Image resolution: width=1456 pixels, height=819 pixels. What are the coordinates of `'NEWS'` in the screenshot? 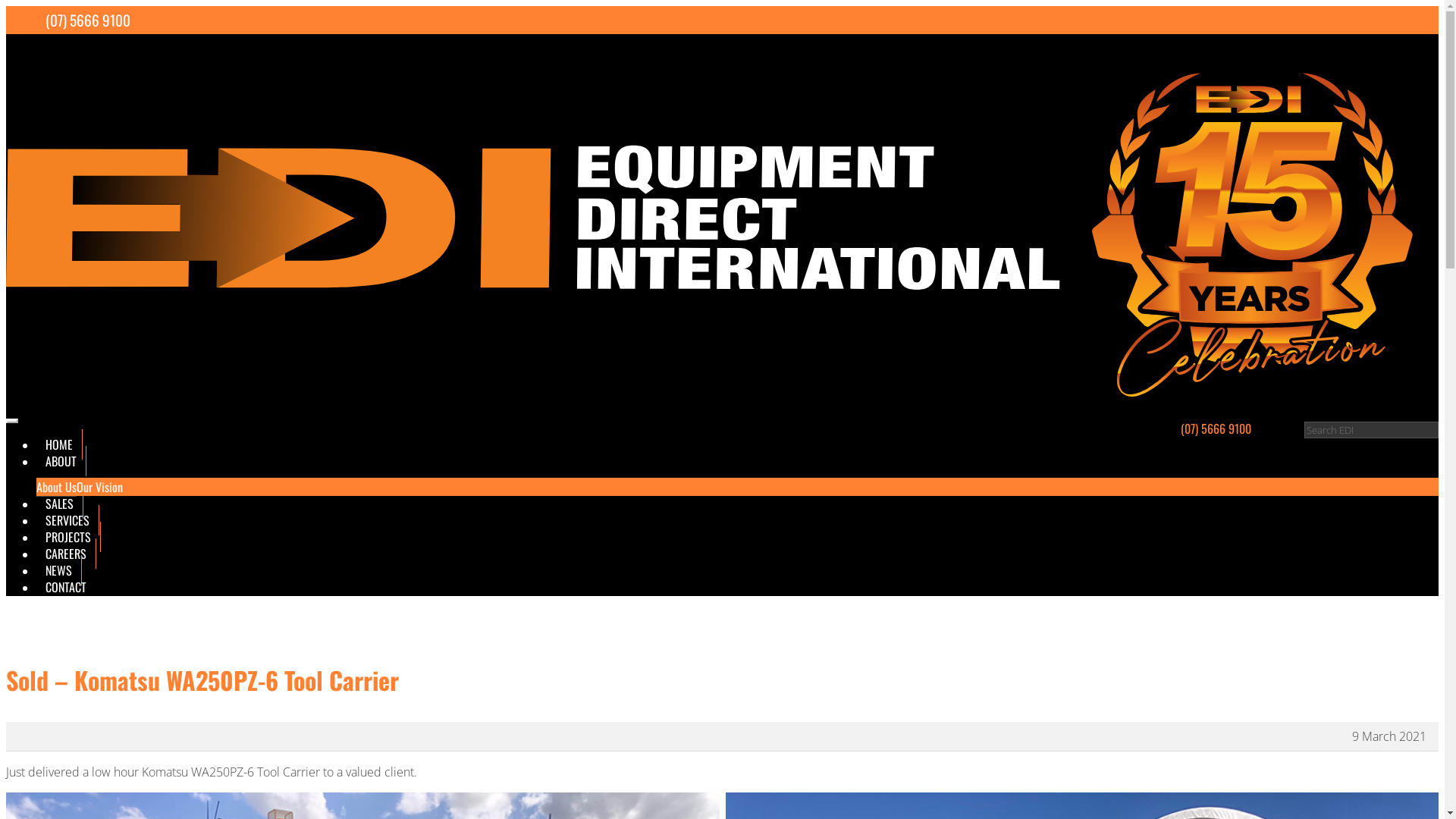 It's located at (58, 570).